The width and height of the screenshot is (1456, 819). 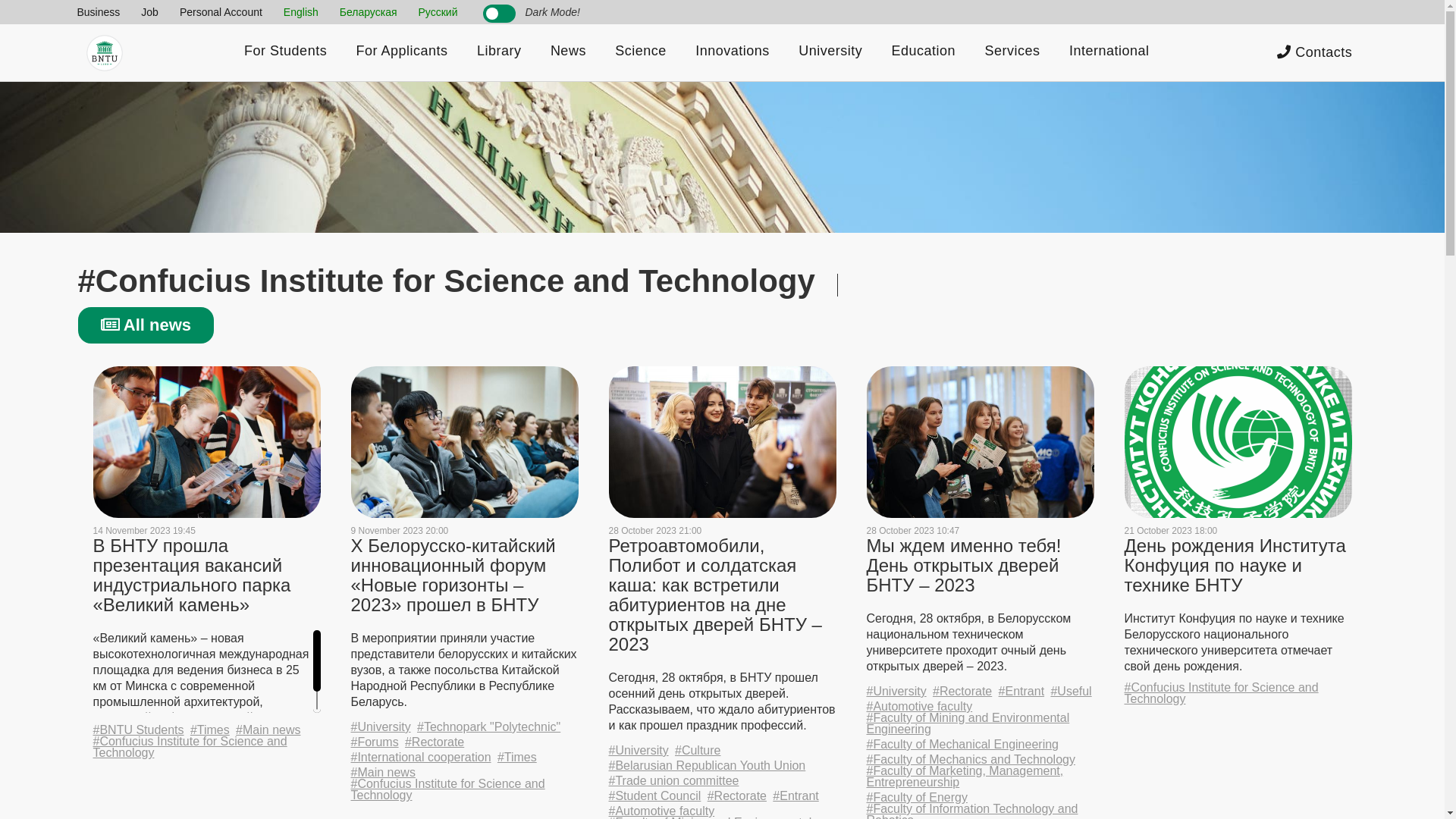 I want to click on '#Student Council', so click(x=654, y=795).